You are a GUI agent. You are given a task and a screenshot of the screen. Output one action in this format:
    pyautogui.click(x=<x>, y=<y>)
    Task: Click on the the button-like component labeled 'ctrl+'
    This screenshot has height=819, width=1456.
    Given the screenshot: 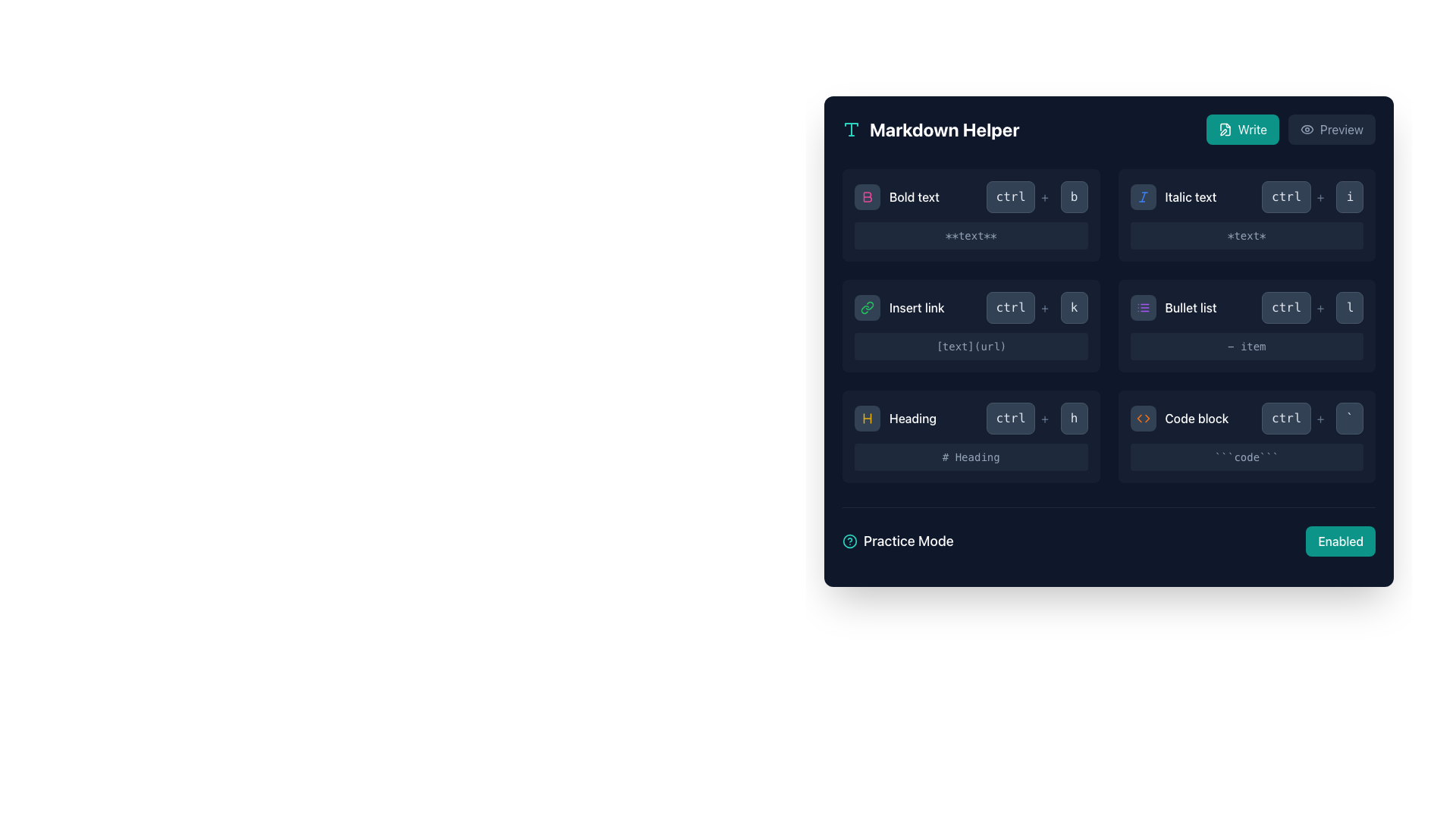 What is the action you would take?
    pyautogui.click(x=1020, y=307)
    